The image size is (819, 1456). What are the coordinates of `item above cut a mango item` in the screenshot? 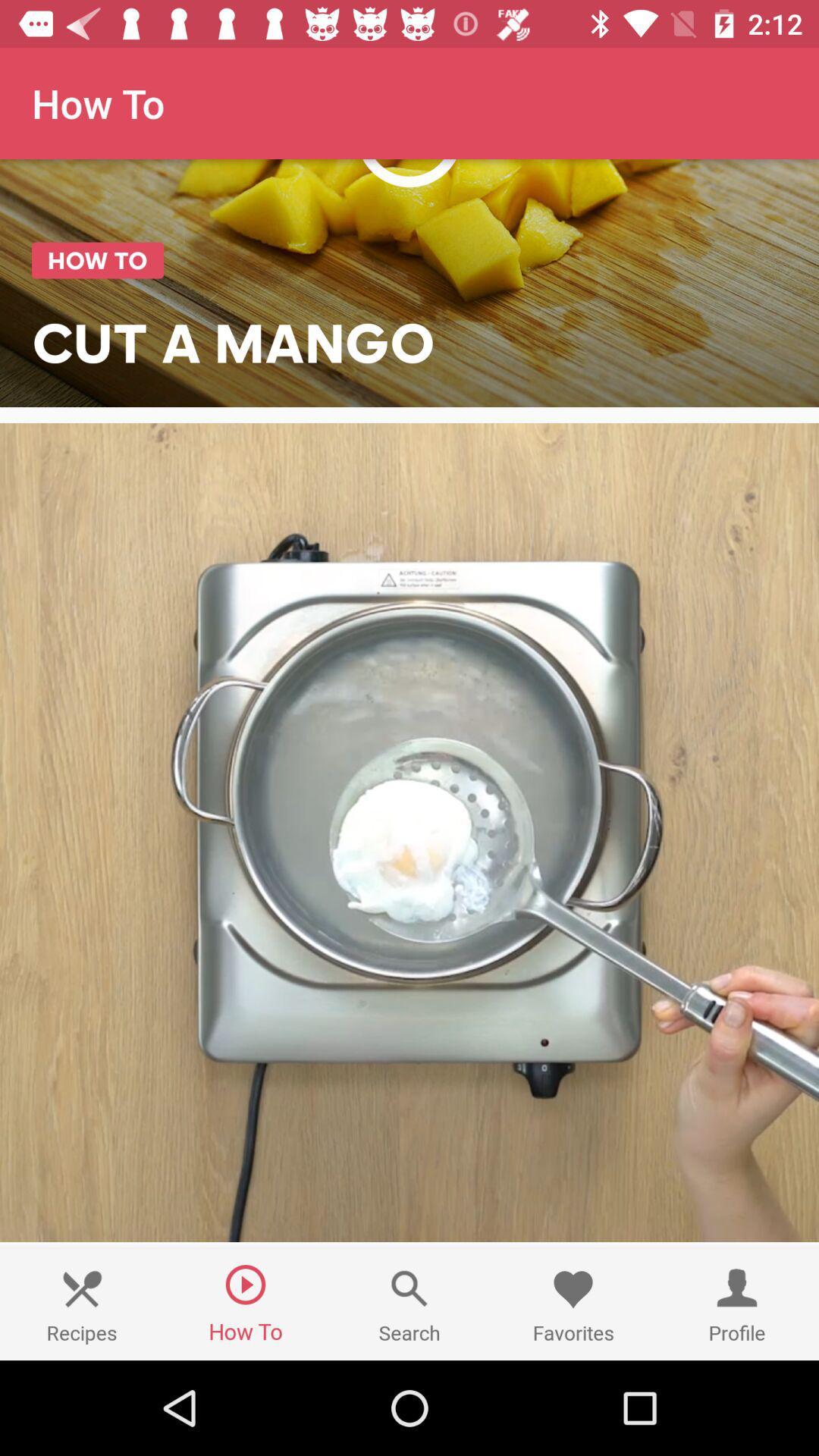 It's located at (409, 178).